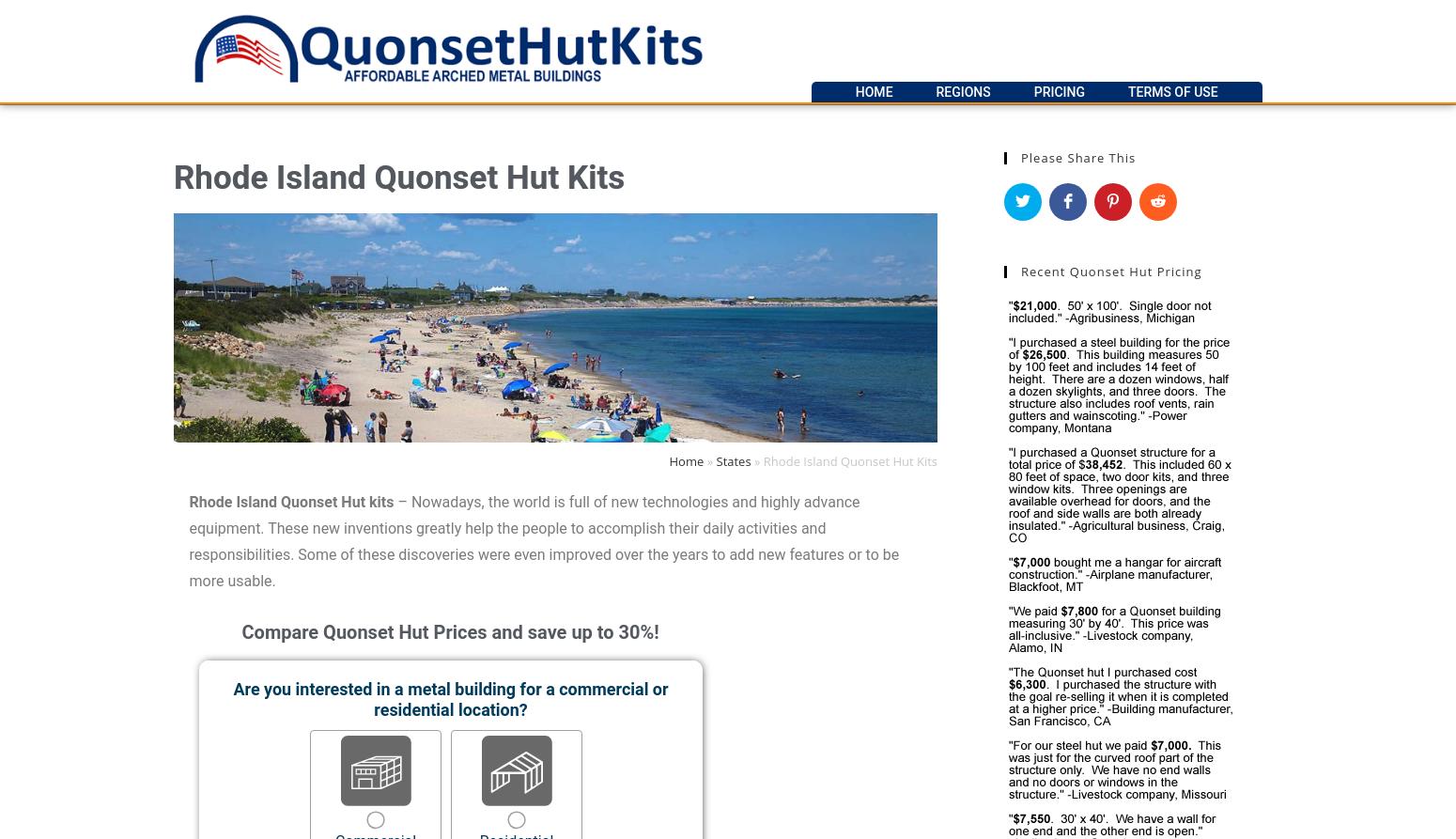 The height and width of the screenshot is (839, 1456). What do you see at coordinates (399, 177) in the screenshot?
I see `'Rhode Island Quonset Hut Kits'` at bounding box center [399, 177].